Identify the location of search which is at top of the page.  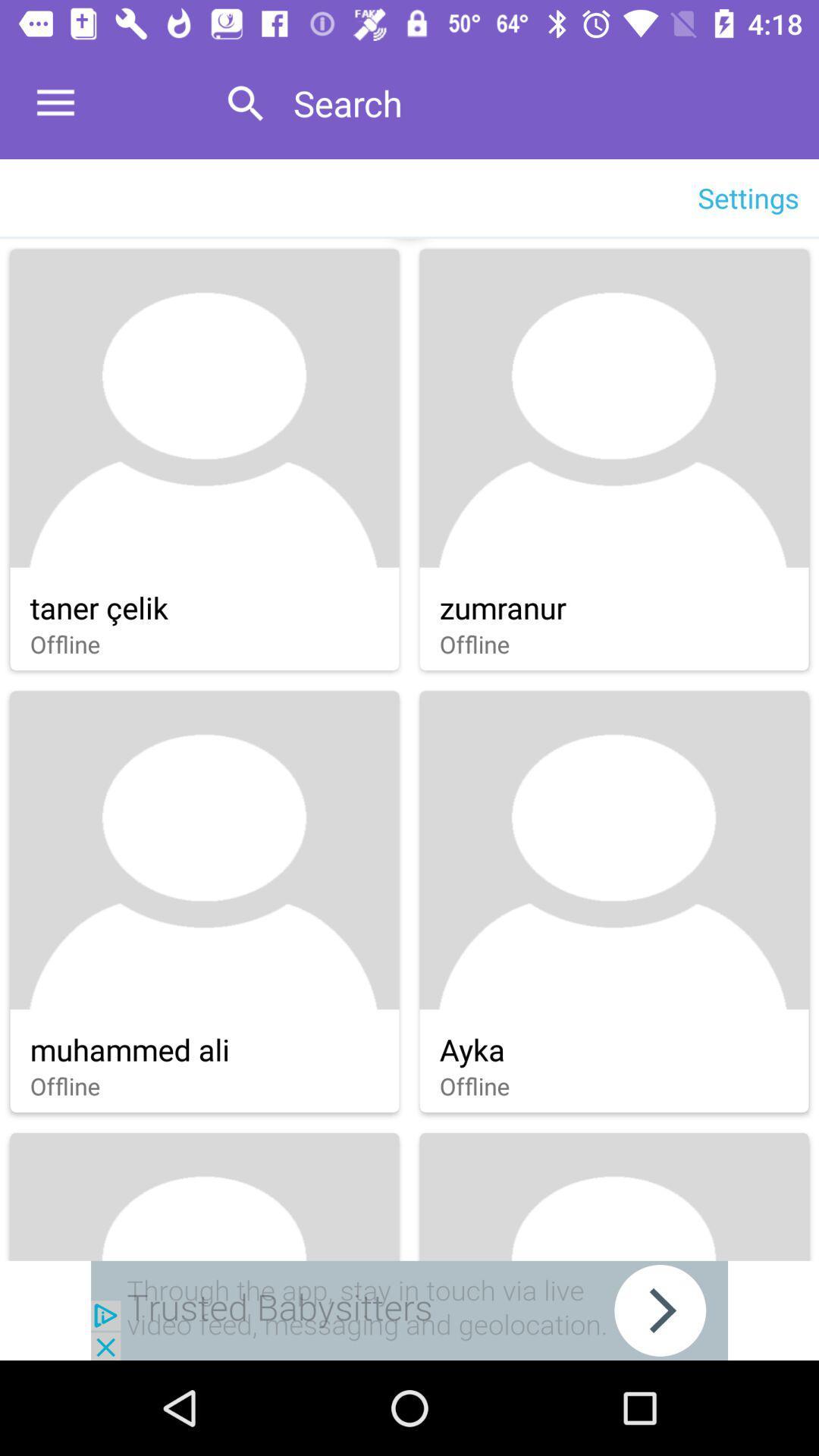
(539, 102).